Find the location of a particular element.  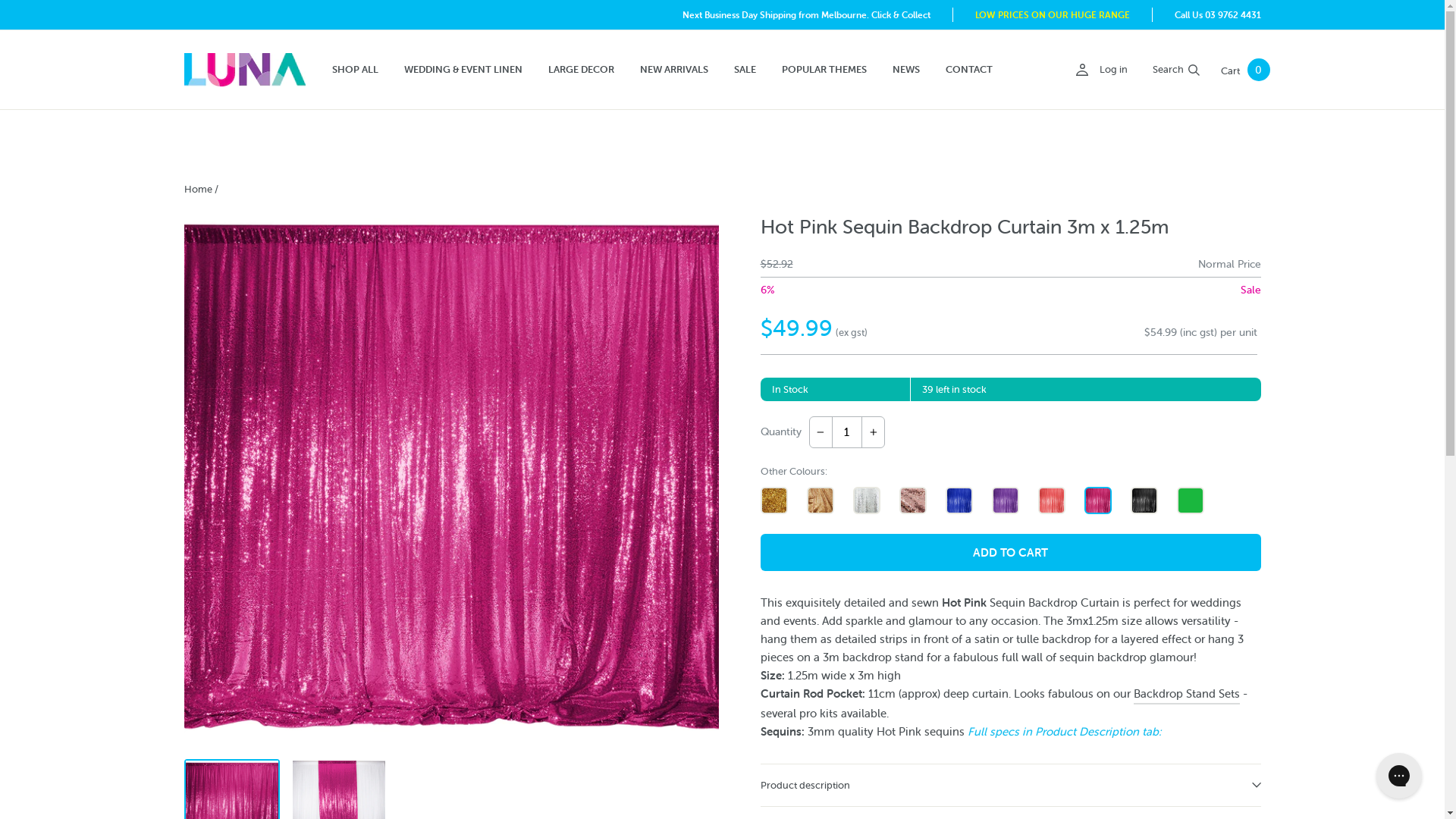

'LOW PRICES ON OUR HUGE RANGE' is located at coordinates (1051, 14).